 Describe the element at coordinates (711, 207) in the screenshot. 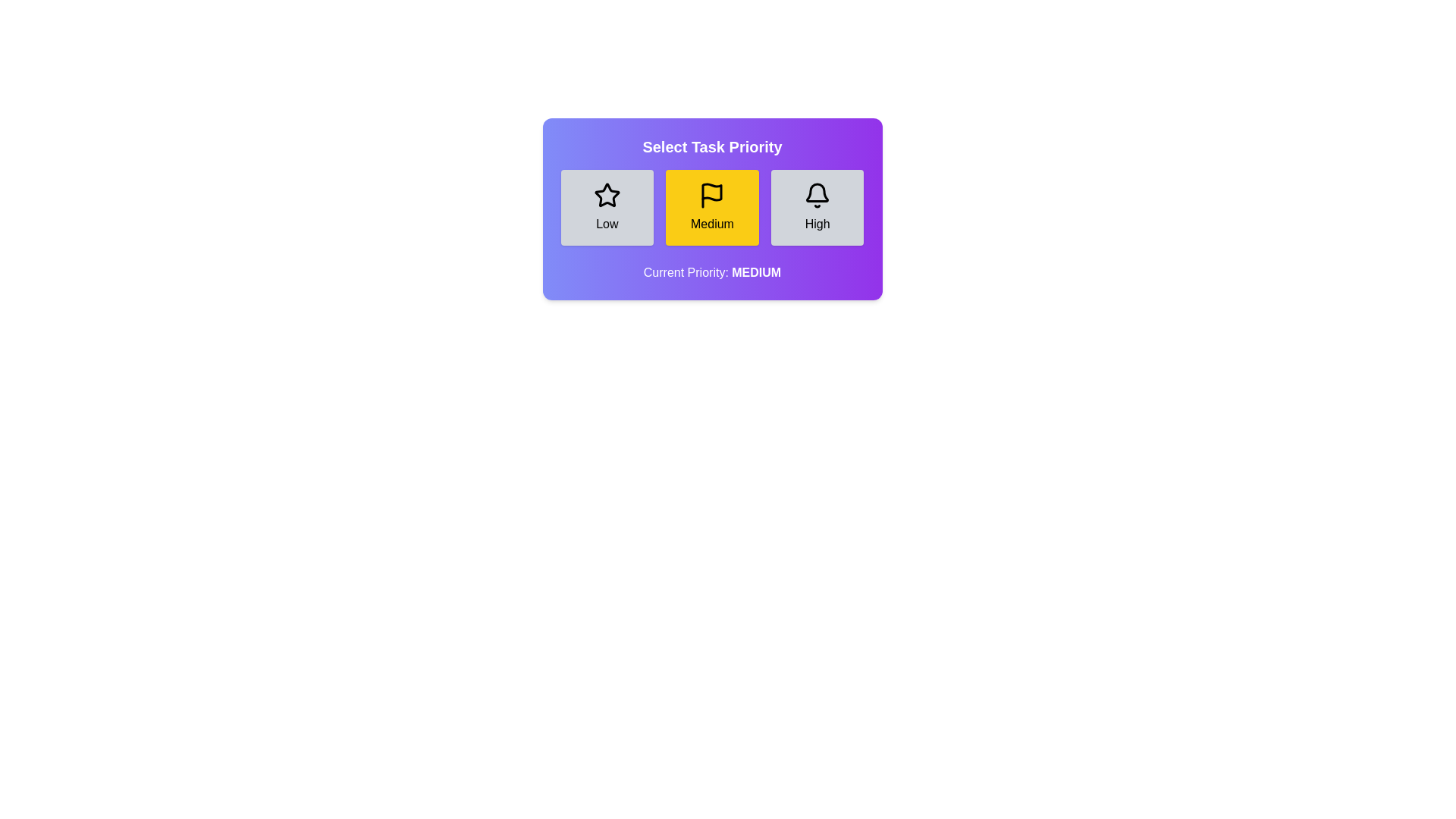

I see `the priority button labeled Medium to observe its hover effect` at that location.